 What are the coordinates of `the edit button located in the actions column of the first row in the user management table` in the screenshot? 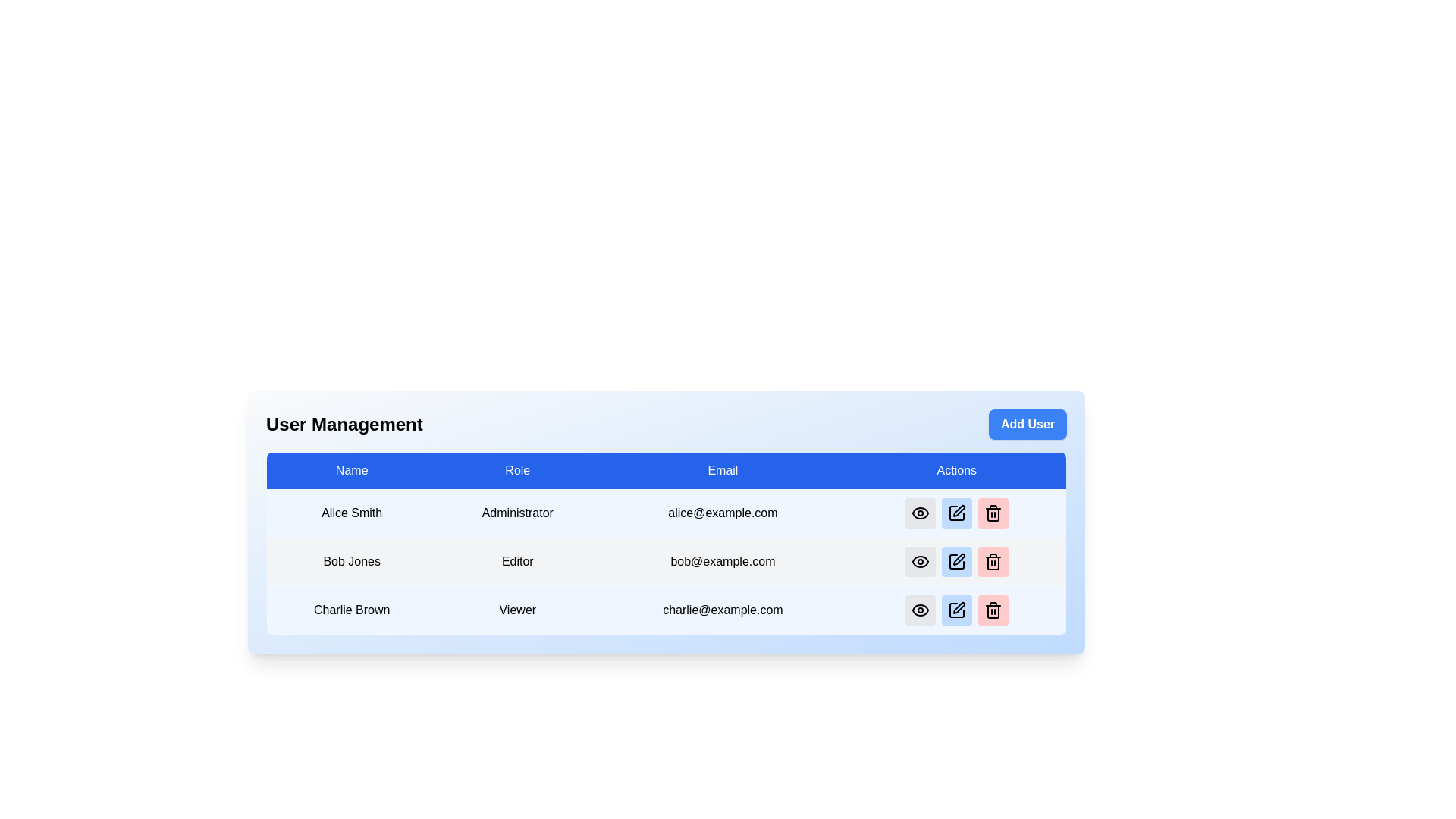 It's located at (955, 513).